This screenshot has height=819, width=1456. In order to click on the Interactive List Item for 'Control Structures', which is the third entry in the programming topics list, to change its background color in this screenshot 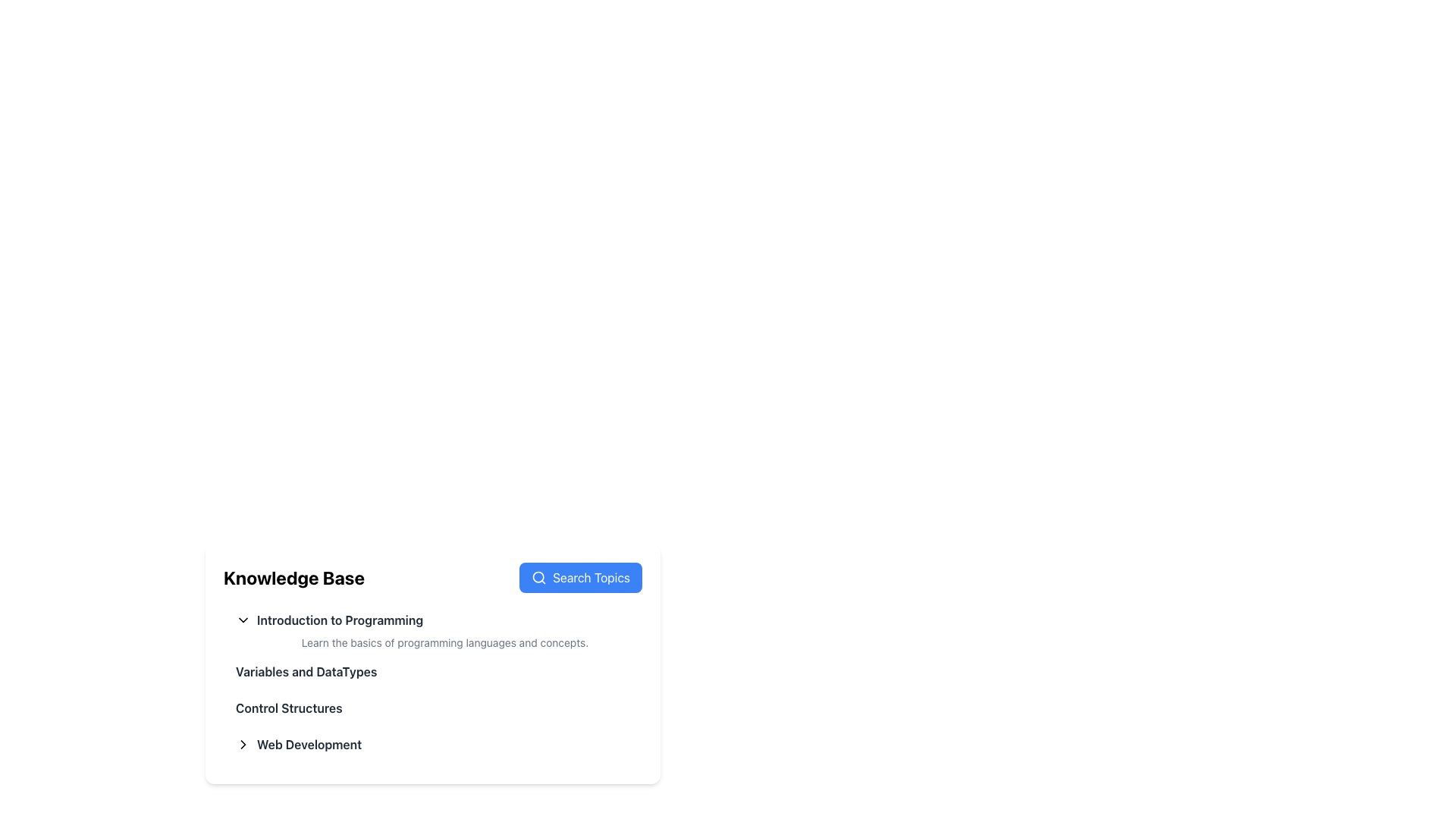, I will do `click(432, 708)`.